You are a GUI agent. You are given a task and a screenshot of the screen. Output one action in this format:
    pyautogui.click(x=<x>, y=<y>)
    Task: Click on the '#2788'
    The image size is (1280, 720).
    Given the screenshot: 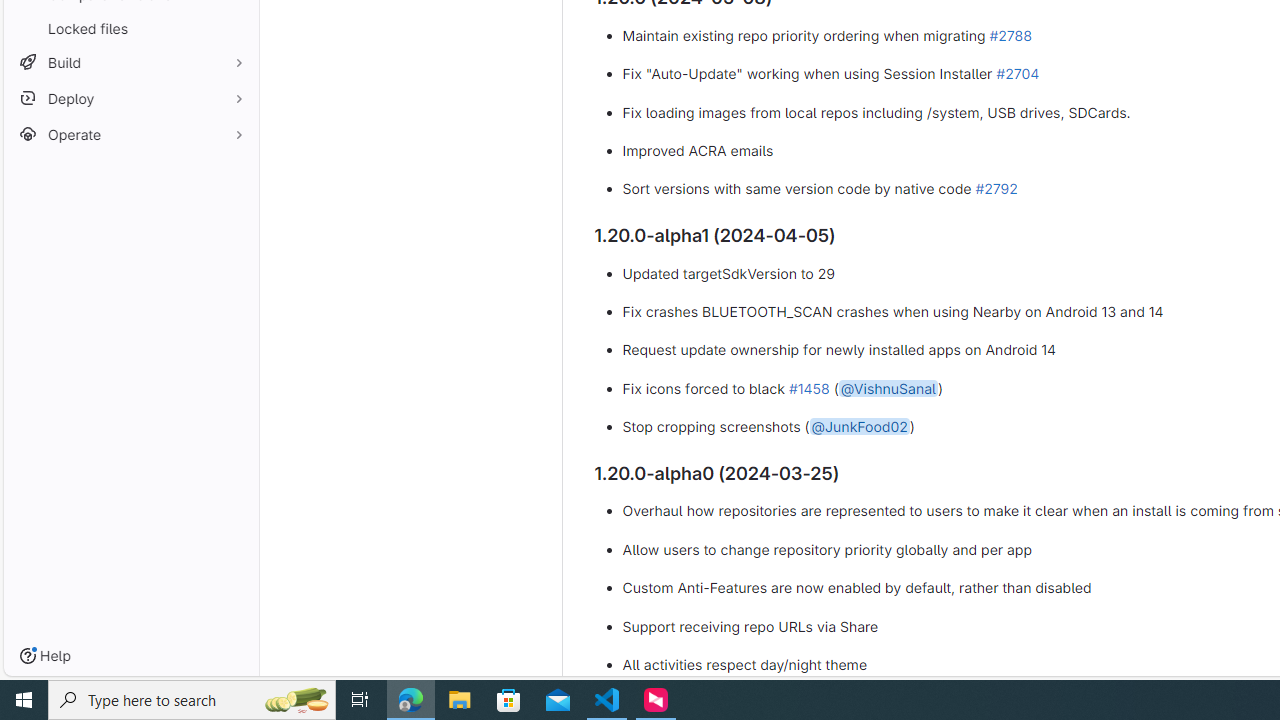 What is the action you would take?
    pyautogui.click(x=1010, y=34)
    